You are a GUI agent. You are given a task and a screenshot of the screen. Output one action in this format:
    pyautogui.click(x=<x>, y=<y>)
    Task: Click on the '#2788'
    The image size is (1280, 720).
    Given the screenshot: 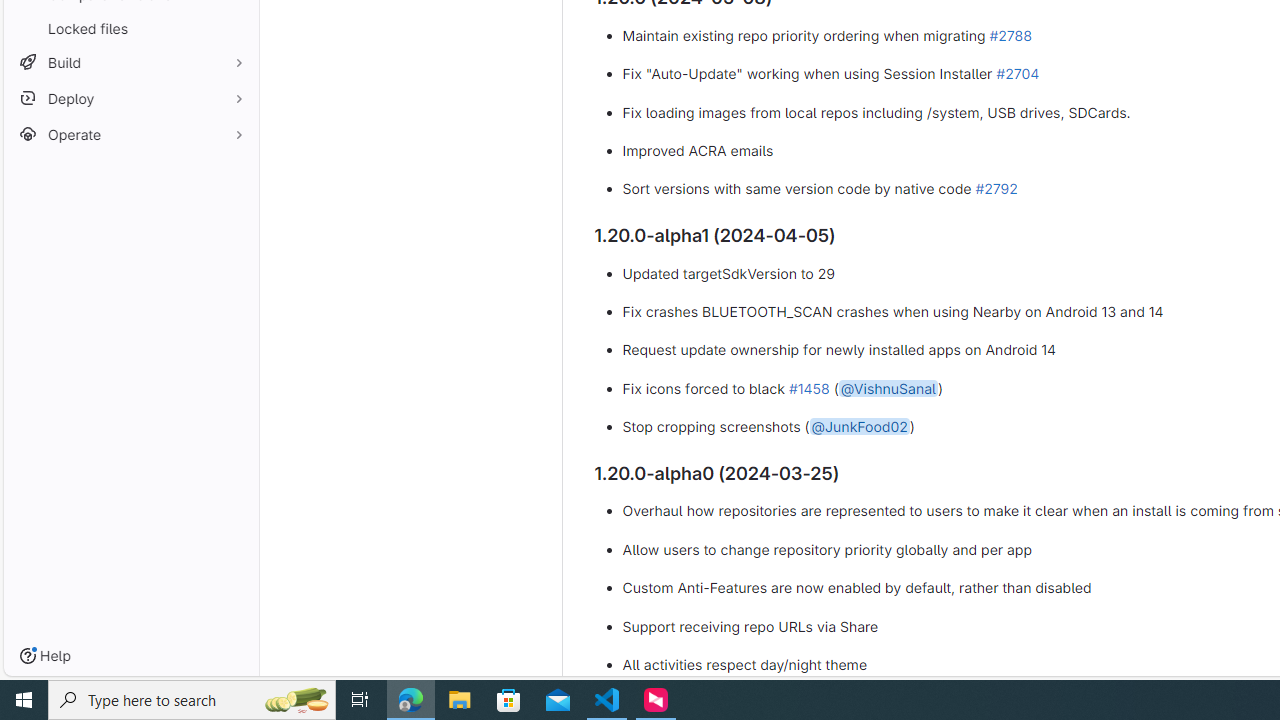 What is the action you would take?
    pyautogui.click(x=1010, y=34)
    